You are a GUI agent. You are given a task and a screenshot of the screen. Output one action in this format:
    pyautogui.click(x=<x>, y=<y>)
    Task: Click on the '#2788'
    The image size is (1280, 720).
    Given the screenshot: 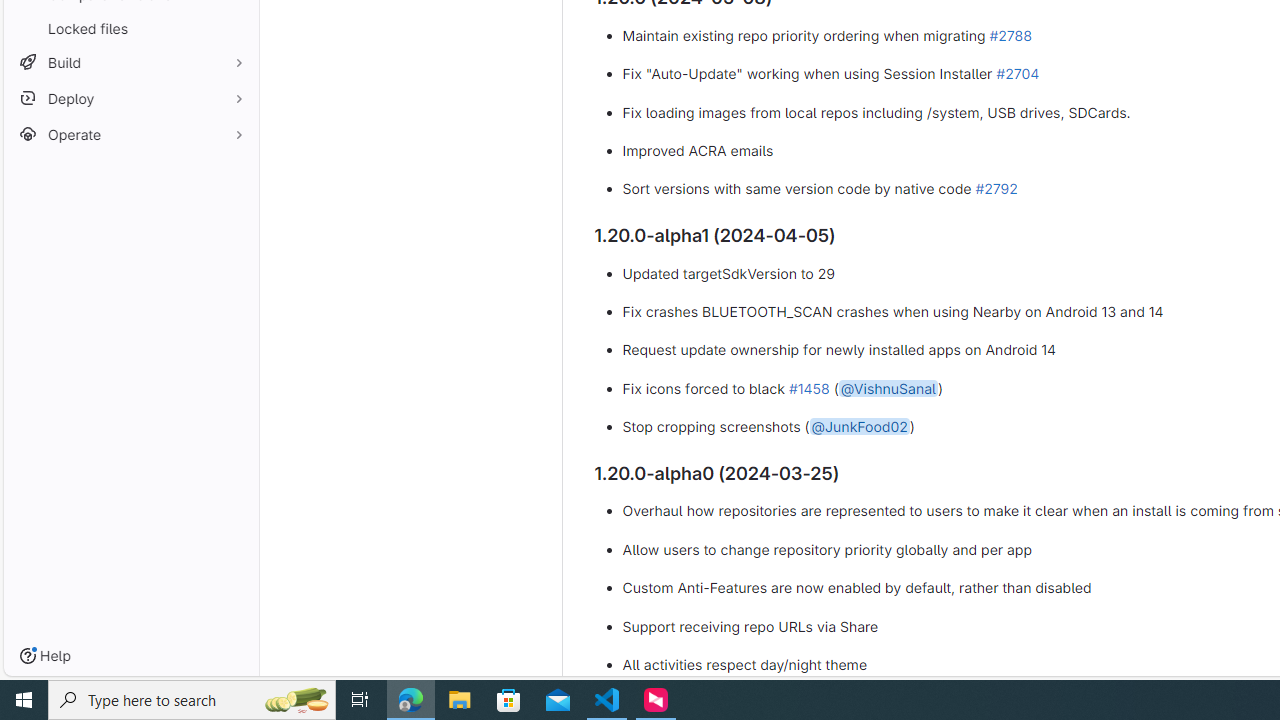 What is the action you would take?
    pyautogui.click(x=1010, y=34)
    